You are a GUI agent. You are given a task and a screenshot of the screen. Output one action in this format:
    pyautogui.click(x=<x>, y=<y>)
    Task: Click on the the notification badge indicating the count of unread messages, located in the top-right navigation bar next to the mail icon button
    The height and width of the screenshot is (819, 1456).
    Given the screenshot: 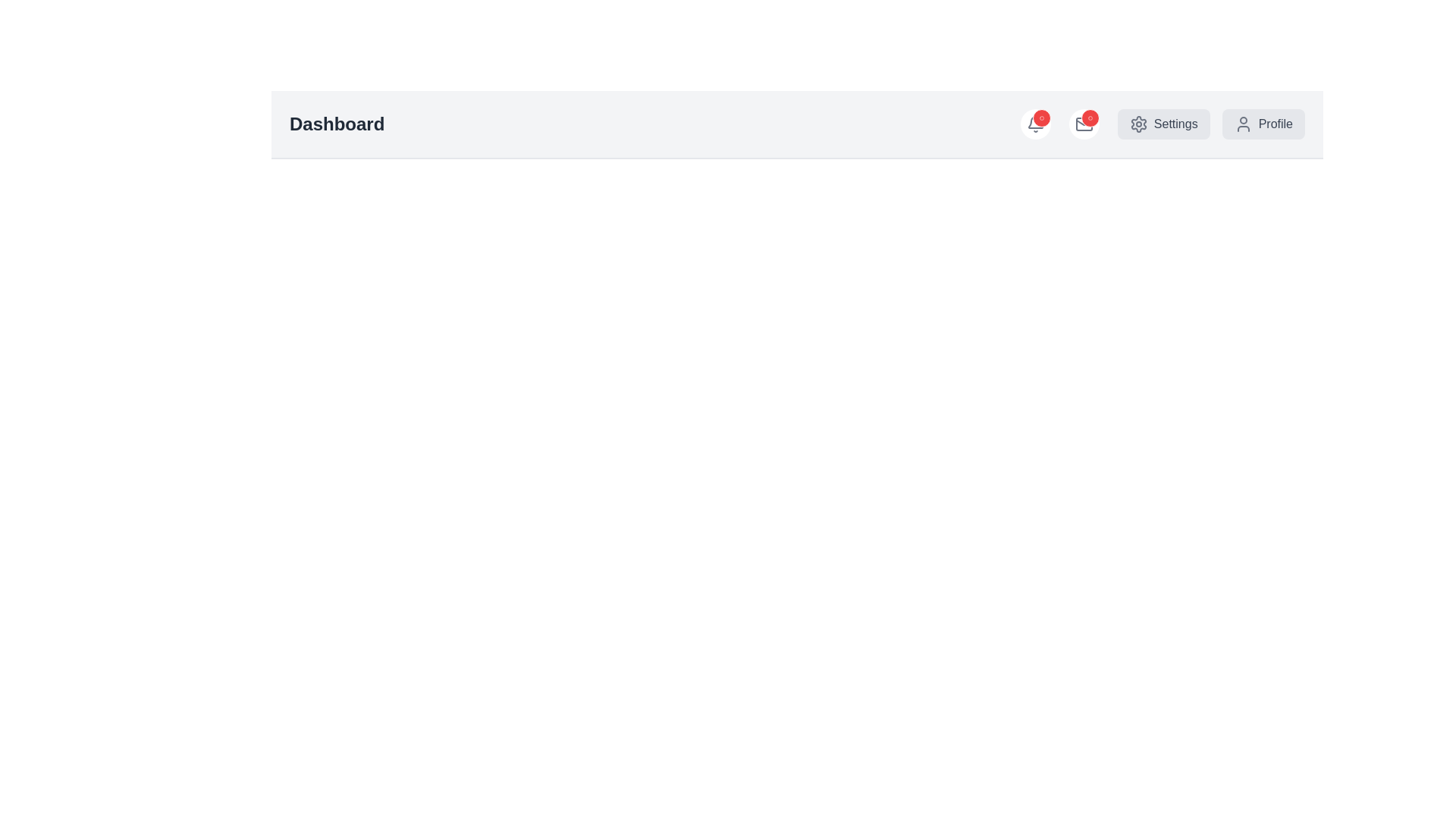 What is the action you would take?
    pyautogui.click(x=1089, y=117)
    